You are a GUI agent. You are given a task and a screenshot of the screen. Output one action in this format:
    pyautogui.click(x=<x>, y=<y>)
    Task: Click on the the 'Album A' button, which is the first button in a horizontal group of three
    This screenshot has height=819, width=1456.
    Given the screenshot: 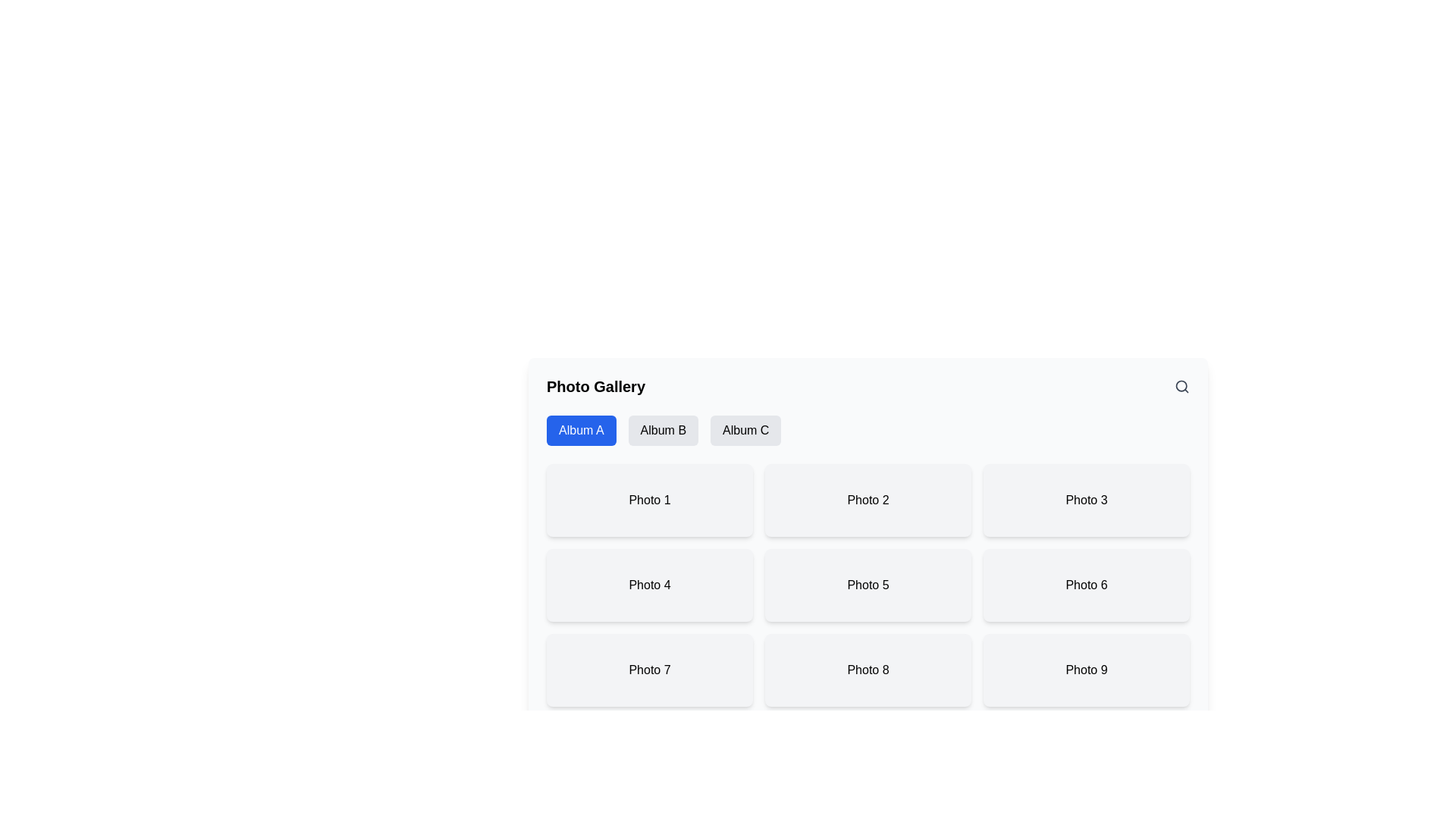 What is the action you would take?
    pyautogui.click(x=580, y=430)
    